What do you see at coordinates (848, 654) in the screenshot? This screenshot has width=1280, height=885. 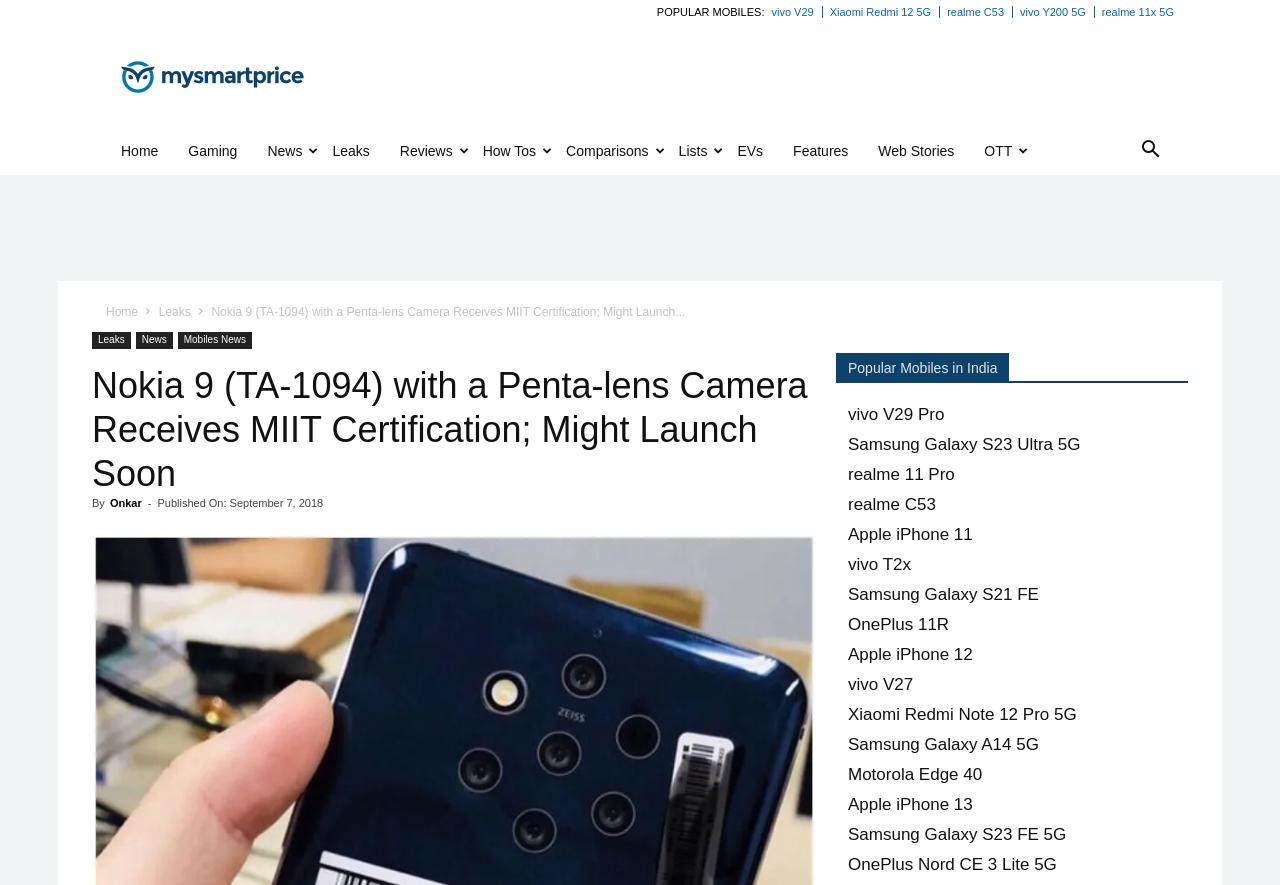 I see `'Apple iPhone 12'` at bounding box center [848, 654].